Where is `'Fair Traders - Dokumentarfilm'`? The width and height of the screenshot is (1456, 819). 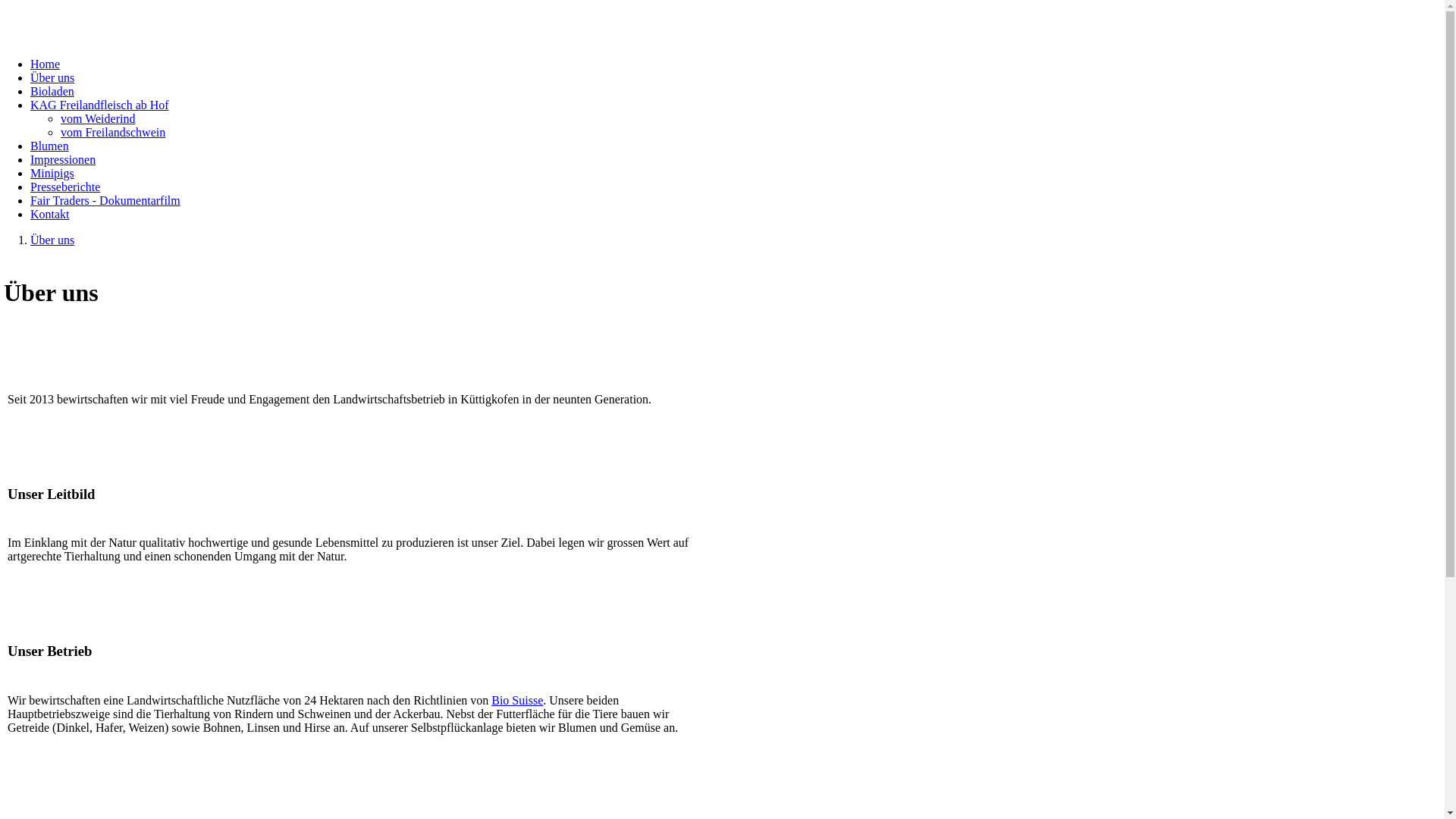 'Fair Traders - Dokumentarfilm' is located at coordinates (105, 199).